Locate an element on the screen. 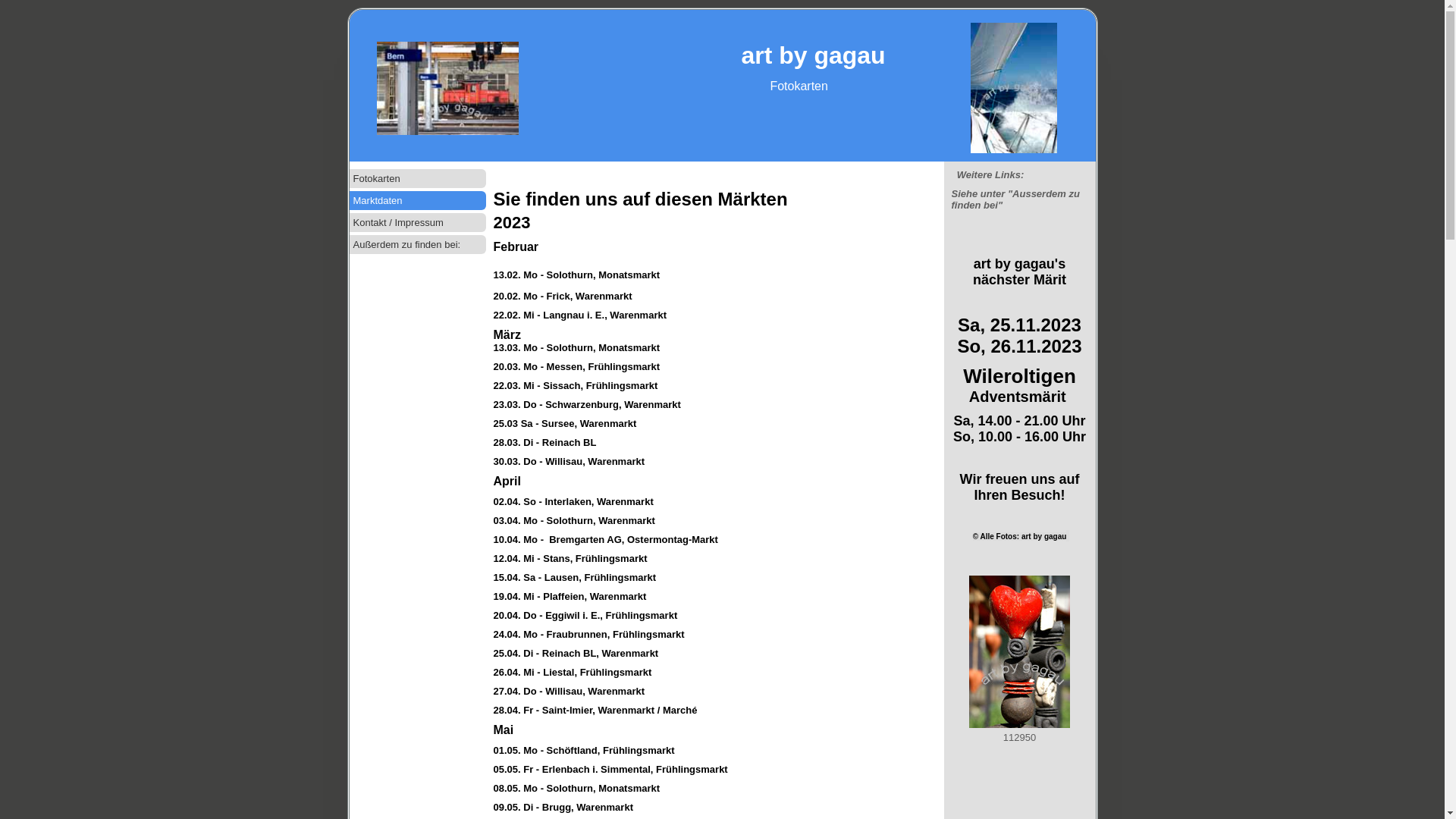 The width and height of the screenshot is (1456, 819). 'Fotokarten' is located at coordinates (417, 177).